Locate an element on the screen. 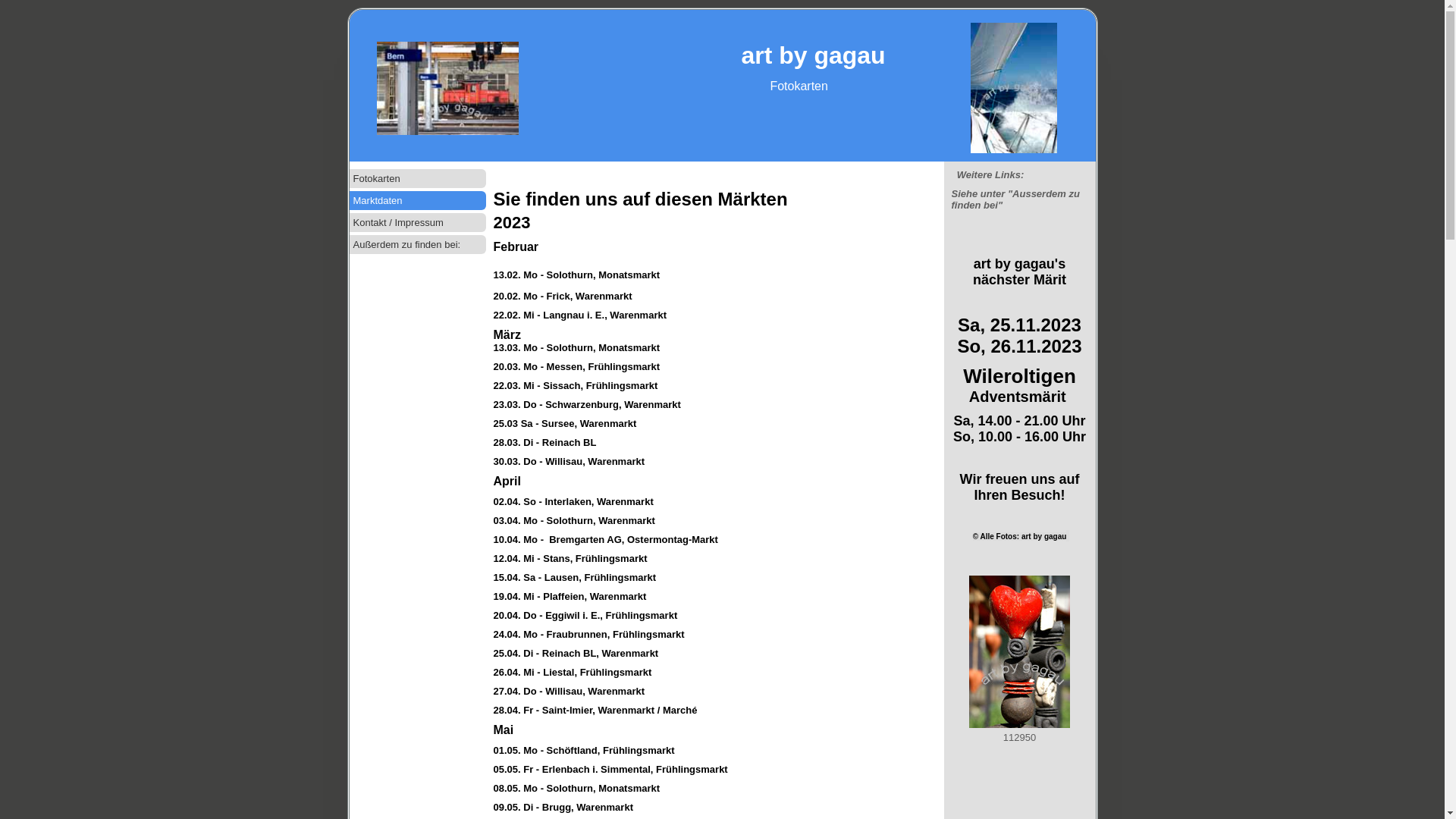 The width and height of the screenshot is (1456, 819). 'Fotokarten' is located at coordinates (417, 177).